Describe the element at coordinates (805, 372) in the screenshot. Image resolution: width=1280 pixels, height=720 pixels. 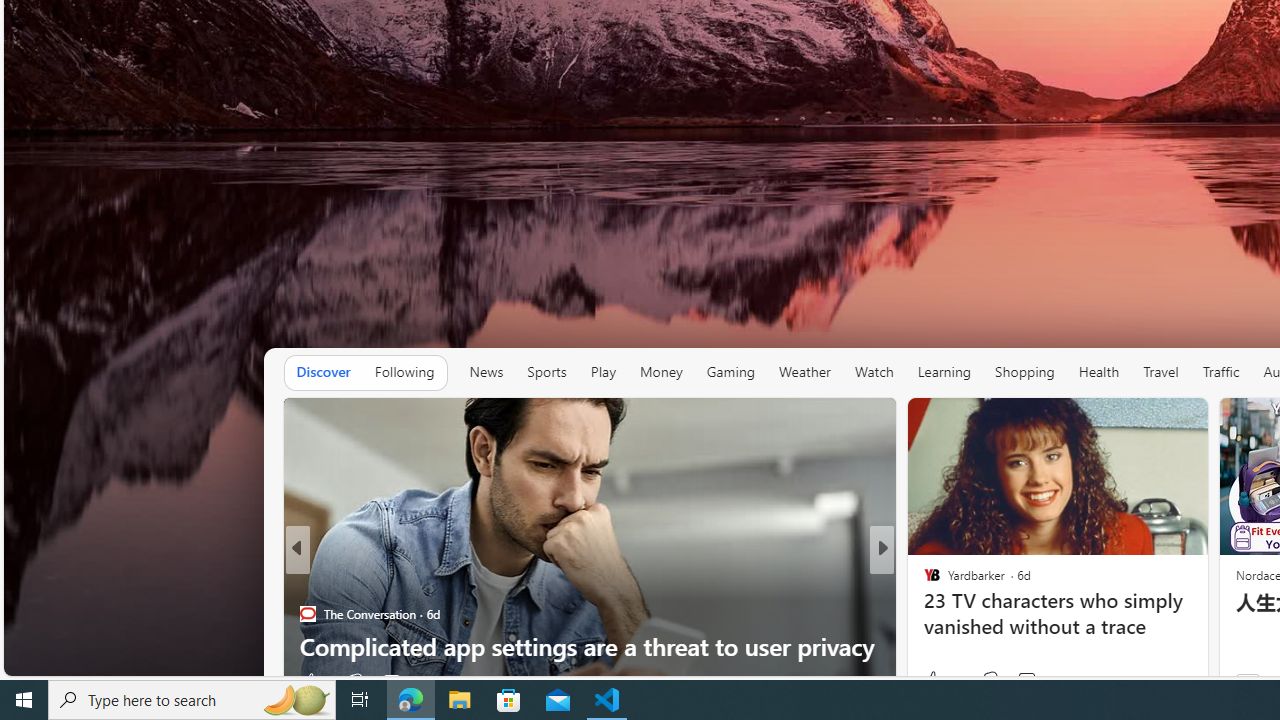
I see `'Weather'` at that location.